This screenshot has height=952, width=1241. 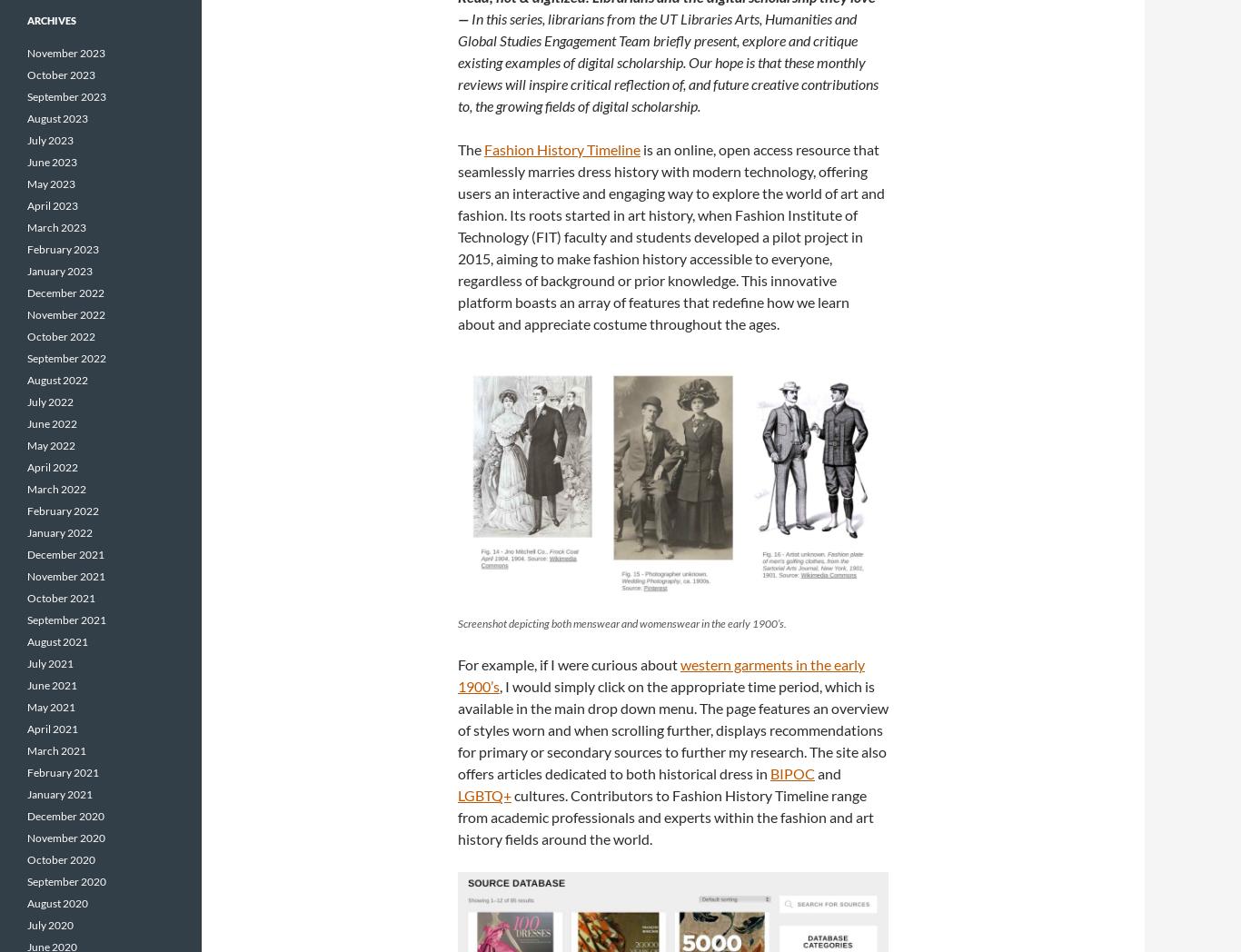 I want to click on 'January 2022', so click(x=59, y=532).